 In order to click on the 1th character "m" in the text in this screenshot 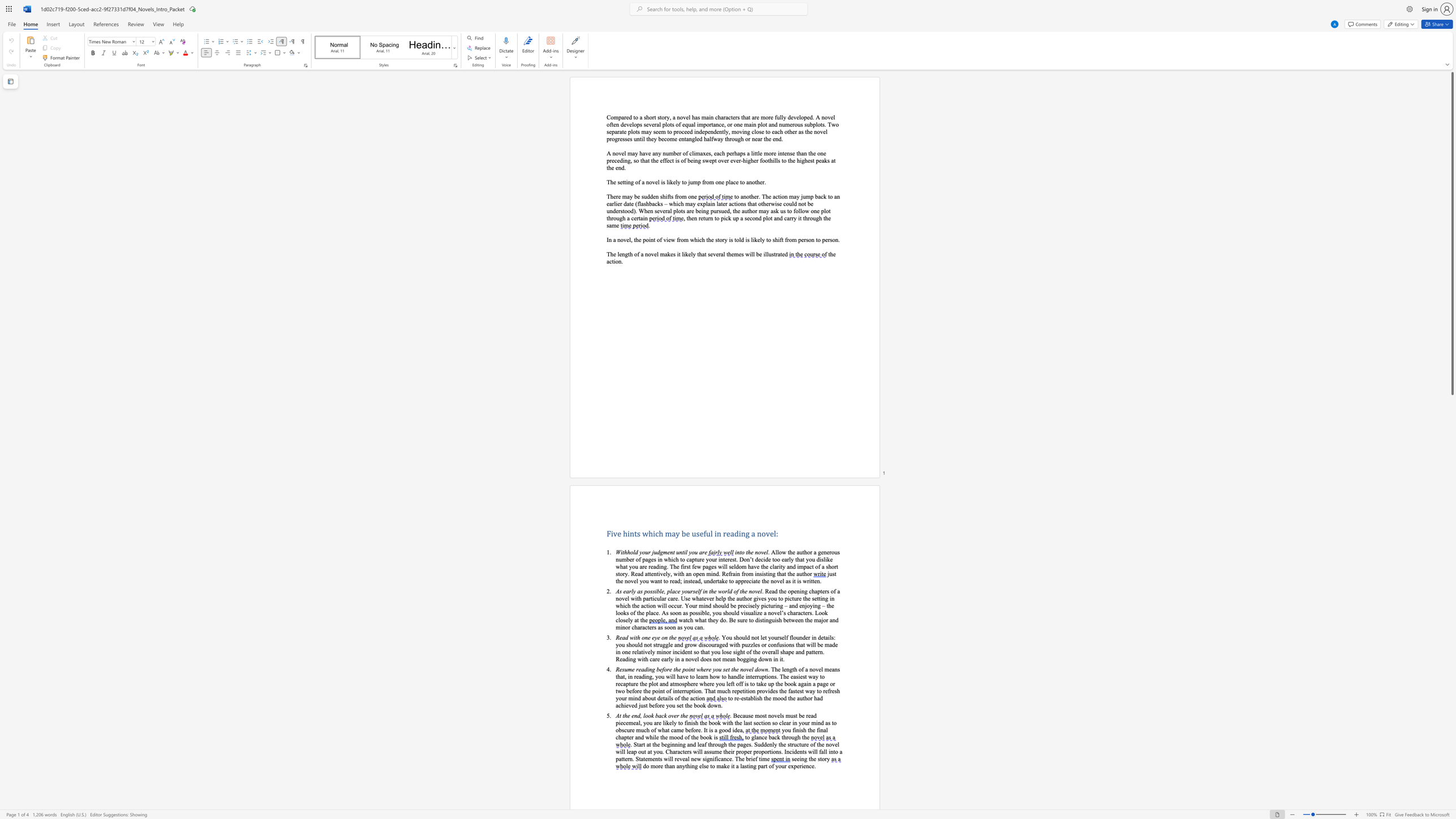, I will do `click(630, 669)`.